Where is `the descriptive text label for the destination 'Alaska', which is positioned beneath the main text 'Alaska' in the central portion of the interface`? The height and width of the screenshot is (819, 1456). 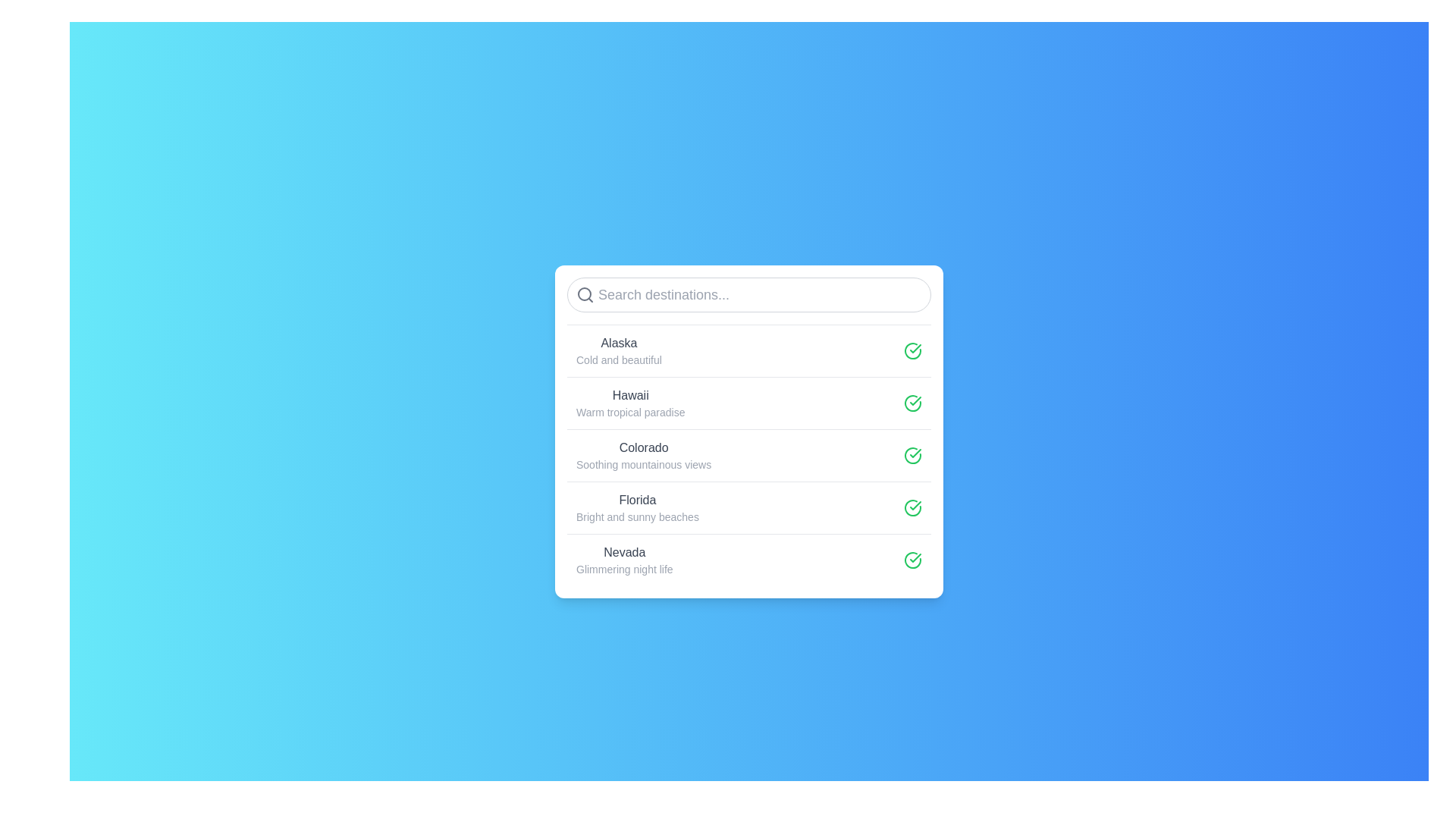 the descriptive text label for the destination 'Alaska', which is positioned beneath the main text 'Alaska' in the central portion of the interface is located at coordinates (619, 359).